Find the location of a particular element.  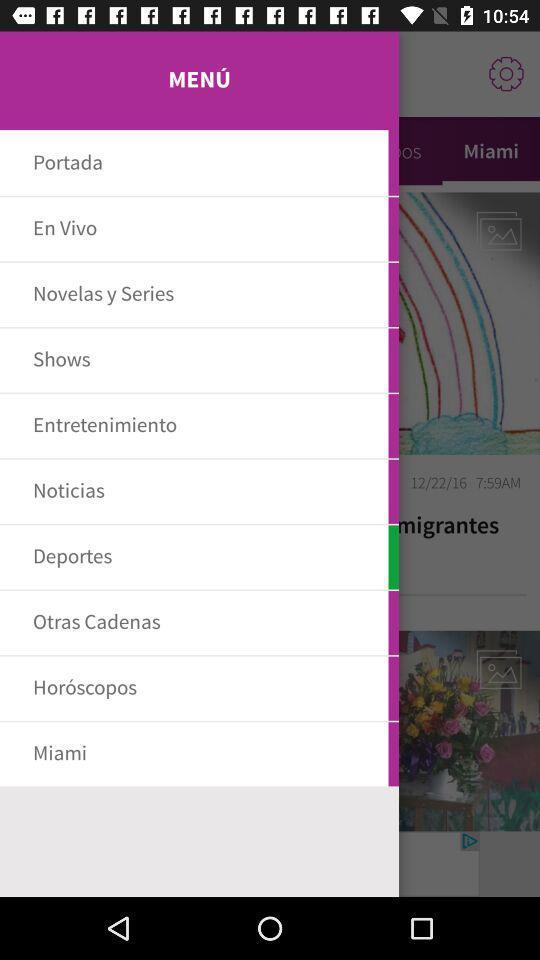

miami is located at coordinates (490, 150).